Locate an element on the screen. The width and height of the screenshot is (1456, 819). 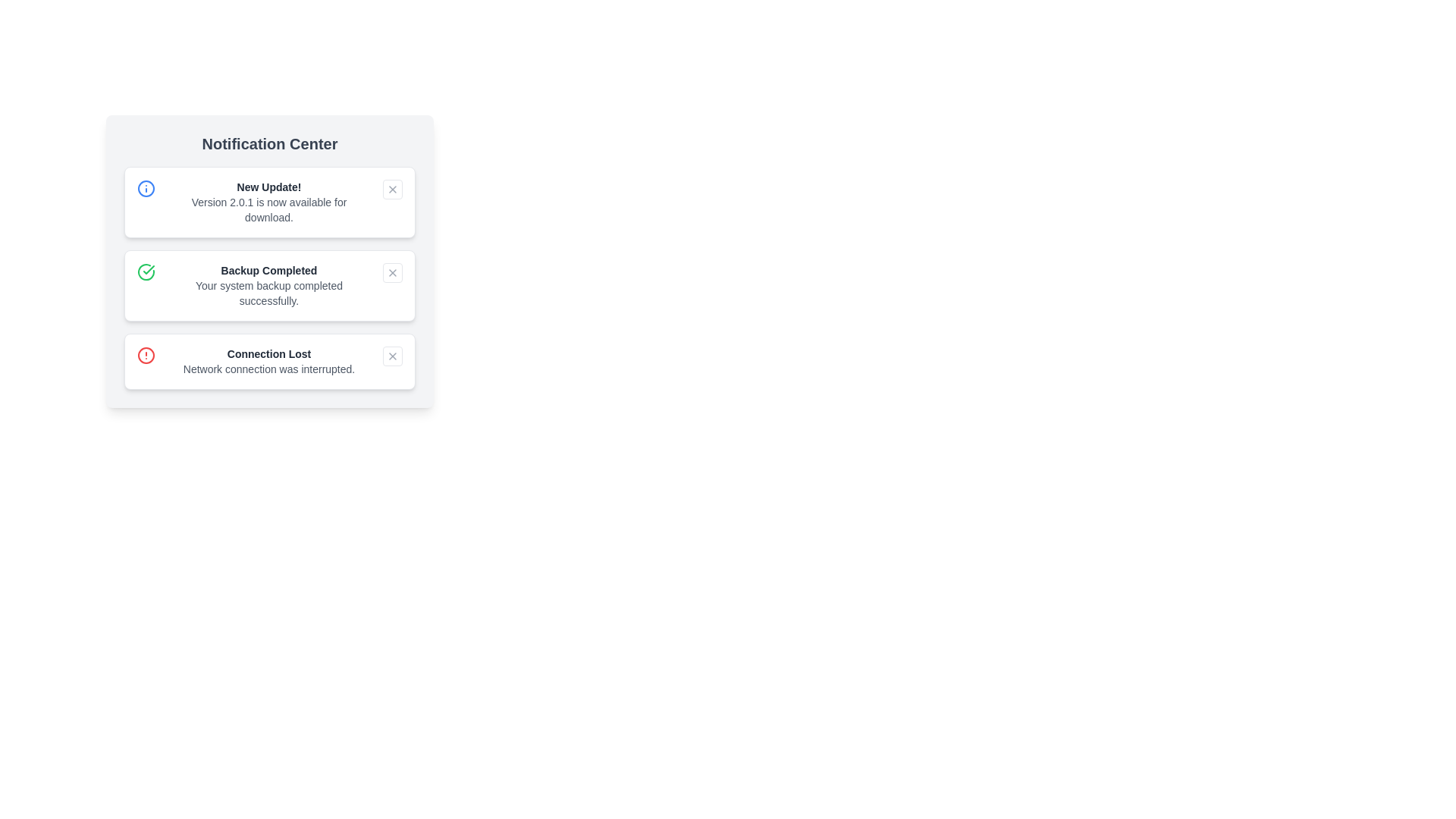
the close button icon (styled as an 'X') located to the far right of the 'Backup Completed' notification in the 'Notification Center' is located at coordinates (393, 271).